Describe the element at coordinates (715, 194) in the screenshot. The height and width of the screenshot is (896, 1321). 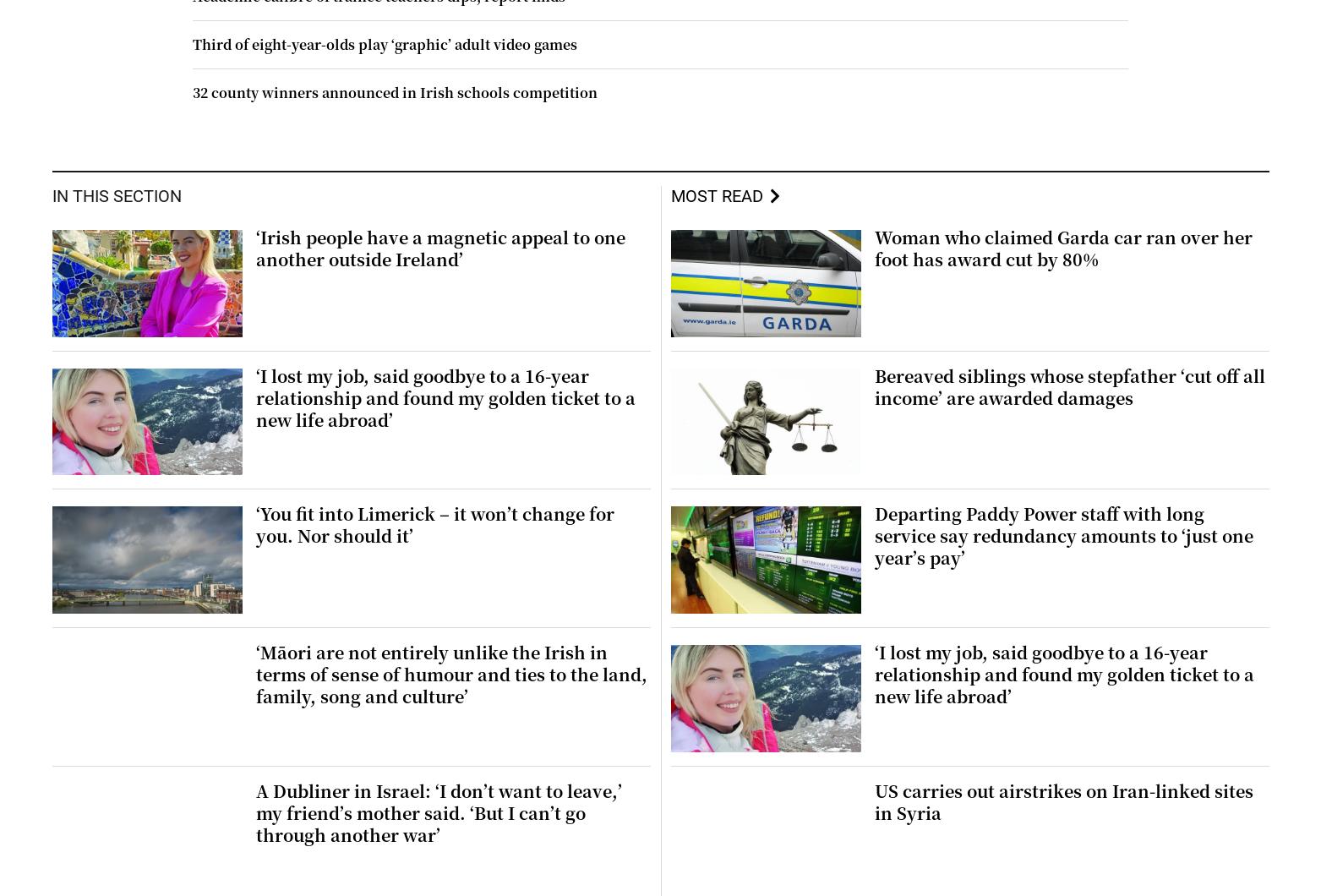
I see `'MOST READ'` at that location.